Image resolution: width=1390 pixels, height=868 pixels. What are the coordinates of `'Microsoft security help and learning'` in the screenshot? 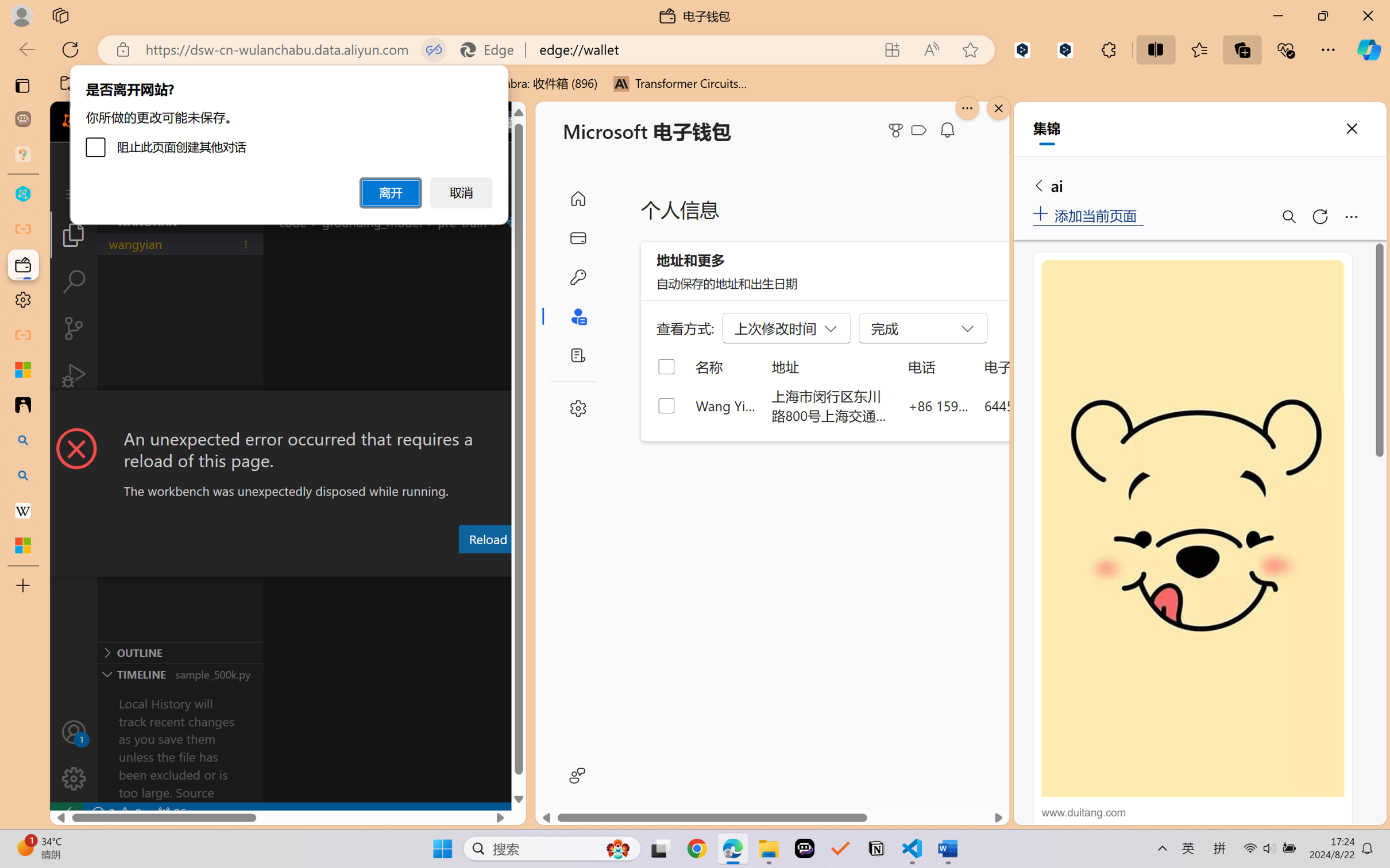 It's located at (22, 369).